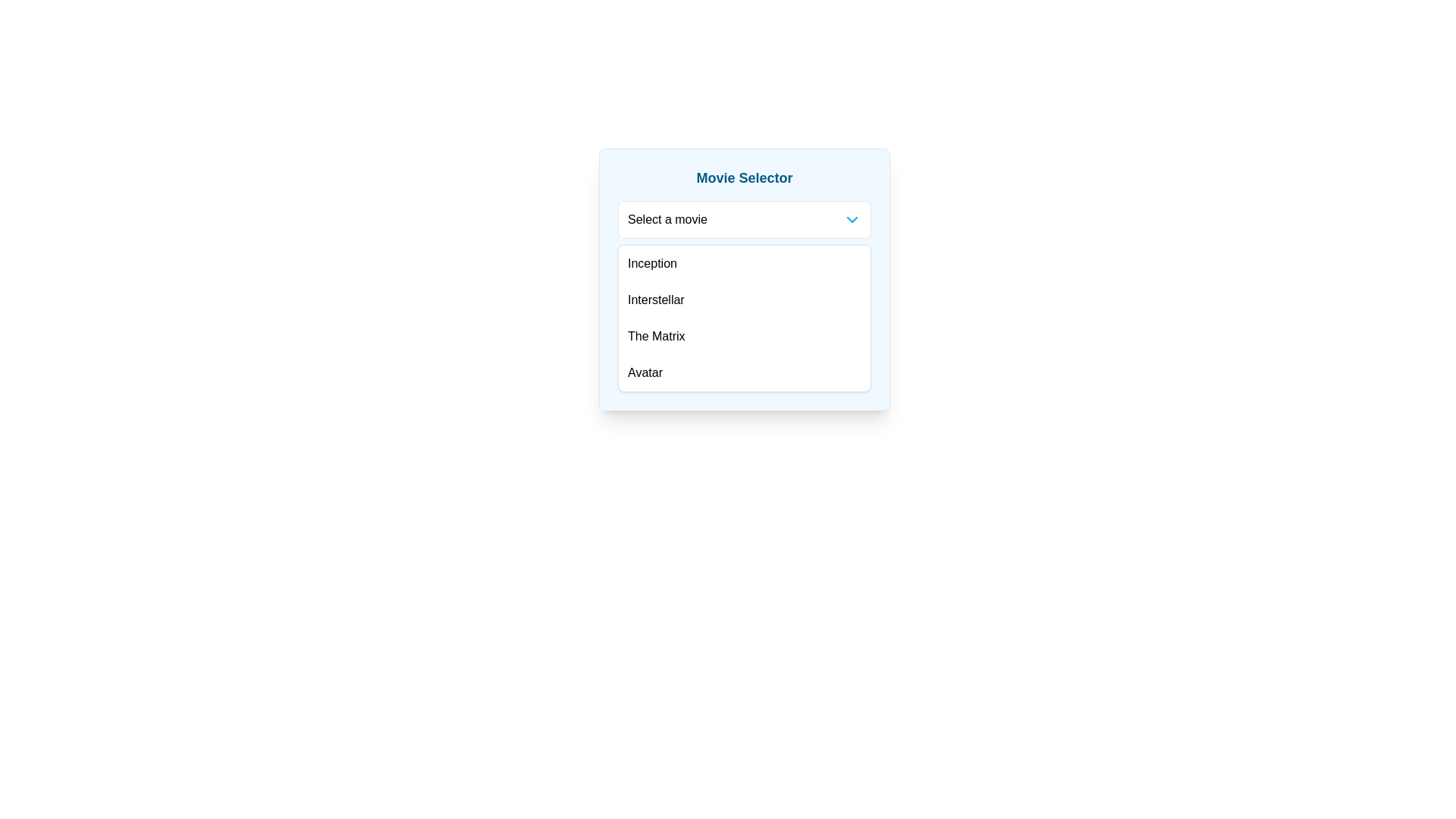 This screenshot has width=1456, height=819. What do you see at coordinates (667, 219) in the screenshot?
I see `displayed text of the label that says 'Select a movie', which serves as a placeholder for the dropdown menu in the 'Movie Selector' section` at bounding box center [667, 219].